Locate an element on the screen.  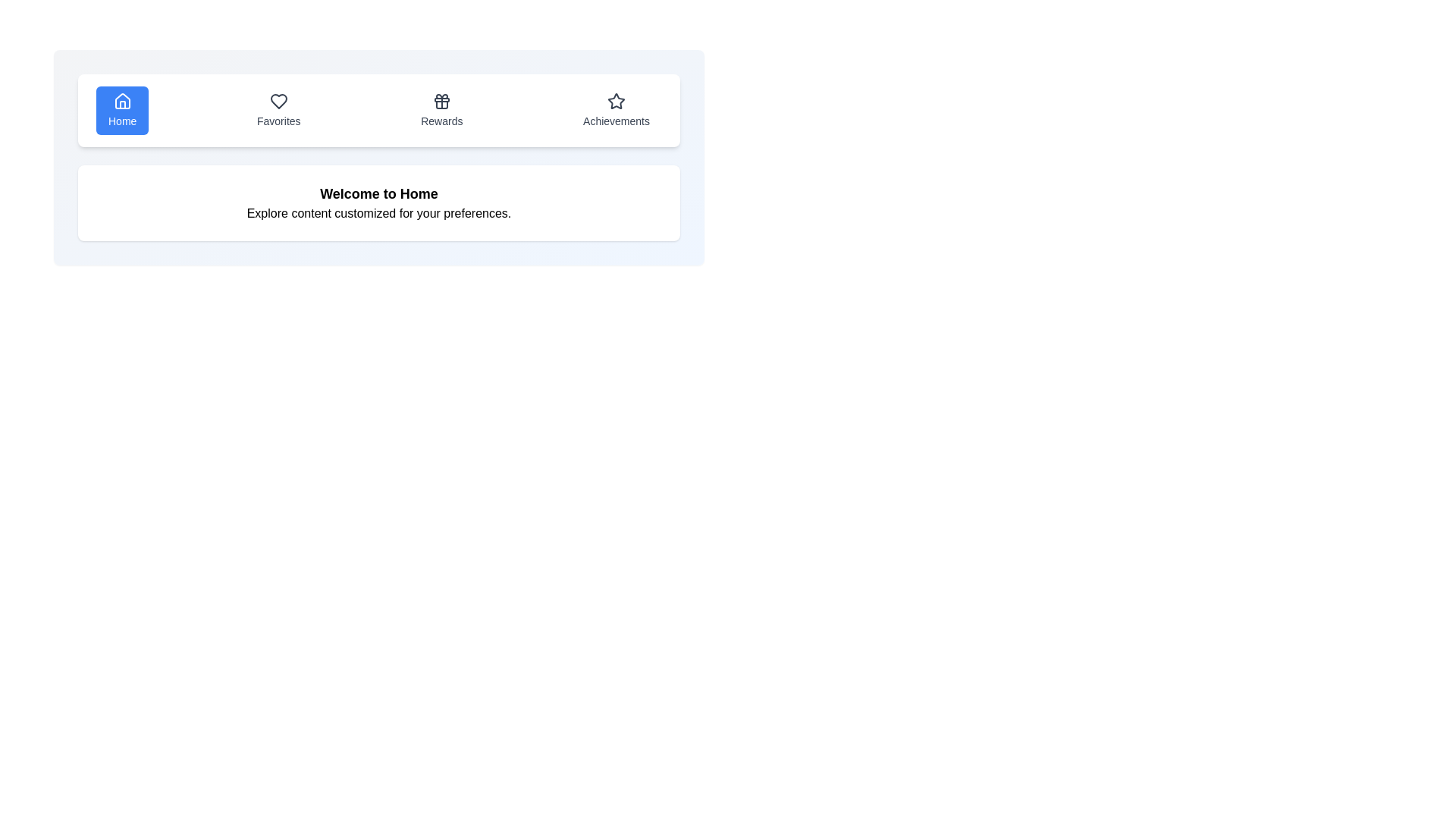
the horizontal rectangular bar inside the Rewards icon, which is the third icon in the navigation menu at the top-center of the layout is located at coordinates (441, 99).